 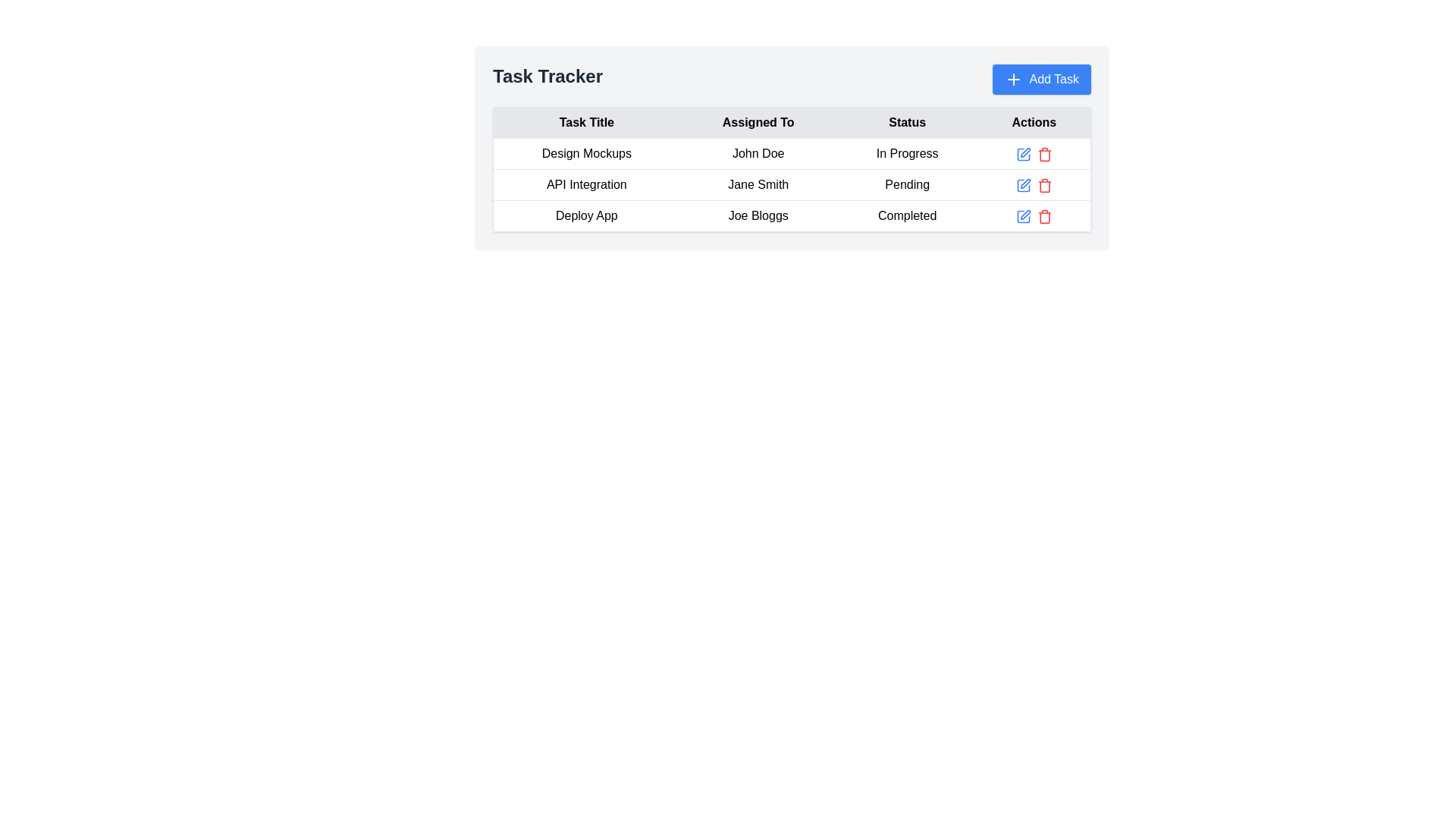 What do you see at coordinates (585, 216) in the screenshot?
I see `the 'Deploy App' text label in the 'Task Tracker' table, located in the third row, first column` at bounding box center [585, 216].